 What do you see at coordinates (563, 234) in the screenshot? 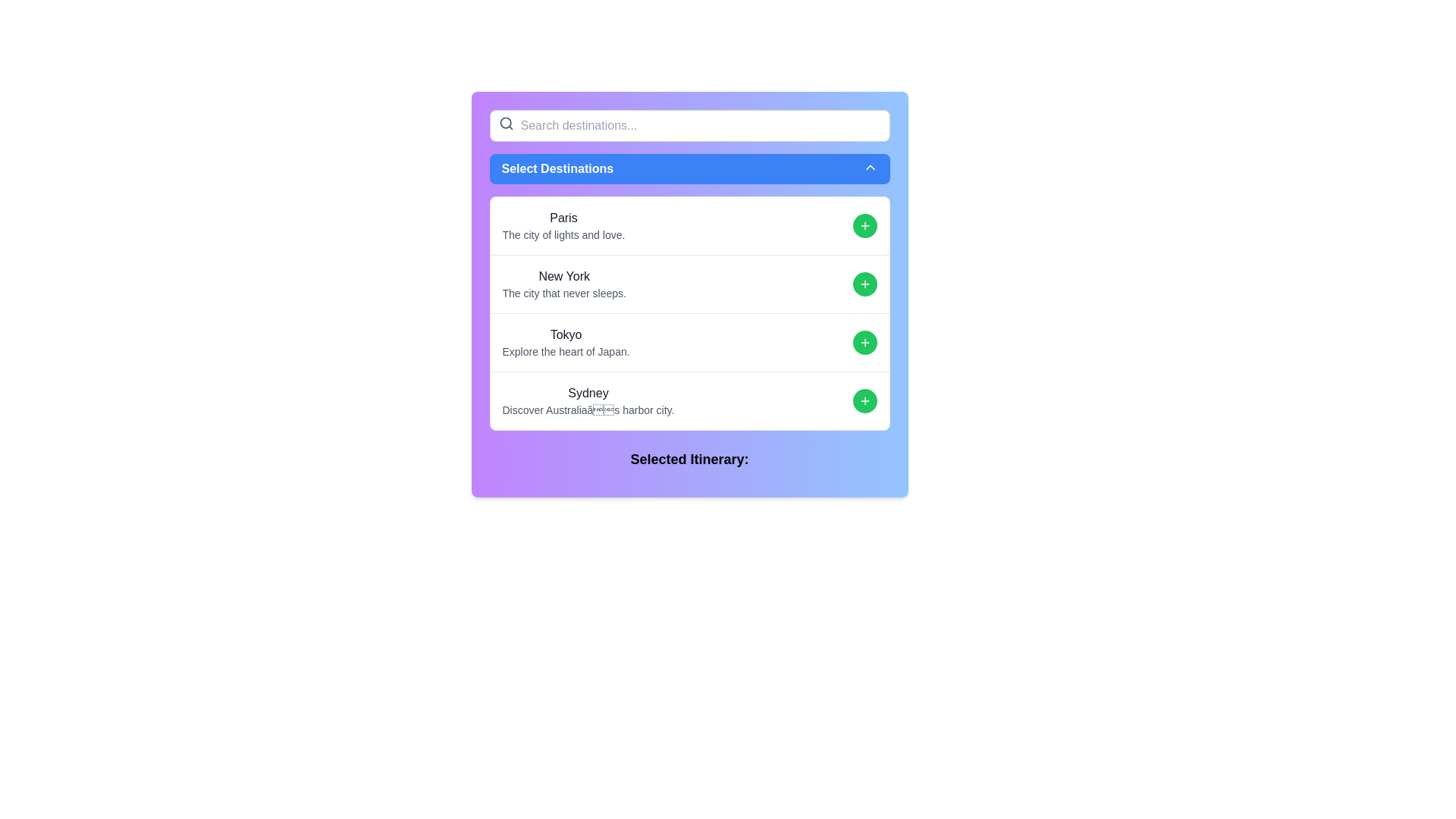
I see `the Text label located directly beneath the 'Paris' text in the first row of the list under the section header 'Select Destinations', which serves as a descriptive tagline for the destination` at bounding box center [563, 234].